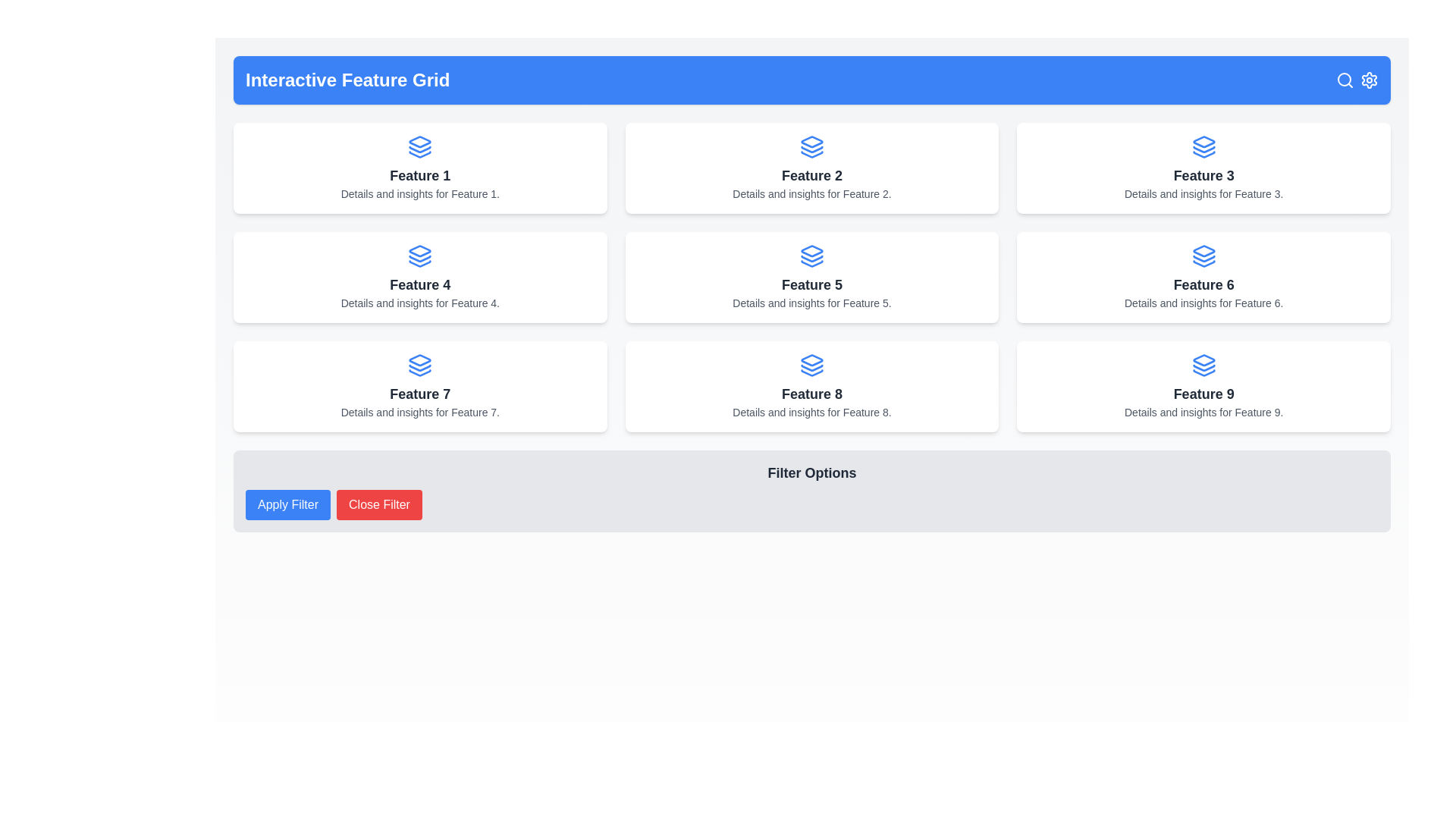 This screenshot has height=819, width=1456. I want to click on the first card component in the grid, which displays 'Feature 1' and is located in the top-left corner, so click(420, 168).